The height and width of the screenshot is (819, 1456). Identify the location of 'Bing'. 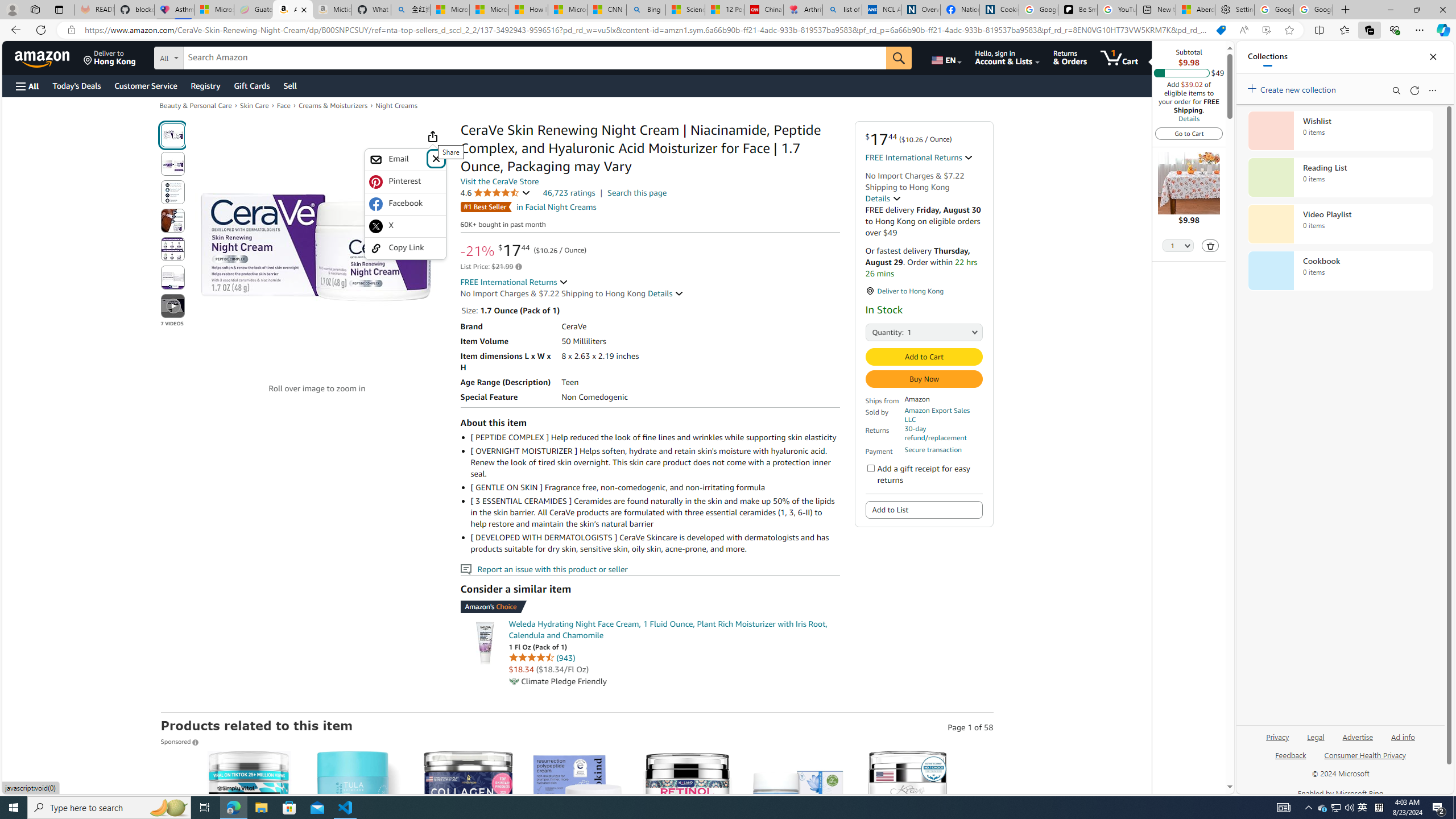
(646, 9).